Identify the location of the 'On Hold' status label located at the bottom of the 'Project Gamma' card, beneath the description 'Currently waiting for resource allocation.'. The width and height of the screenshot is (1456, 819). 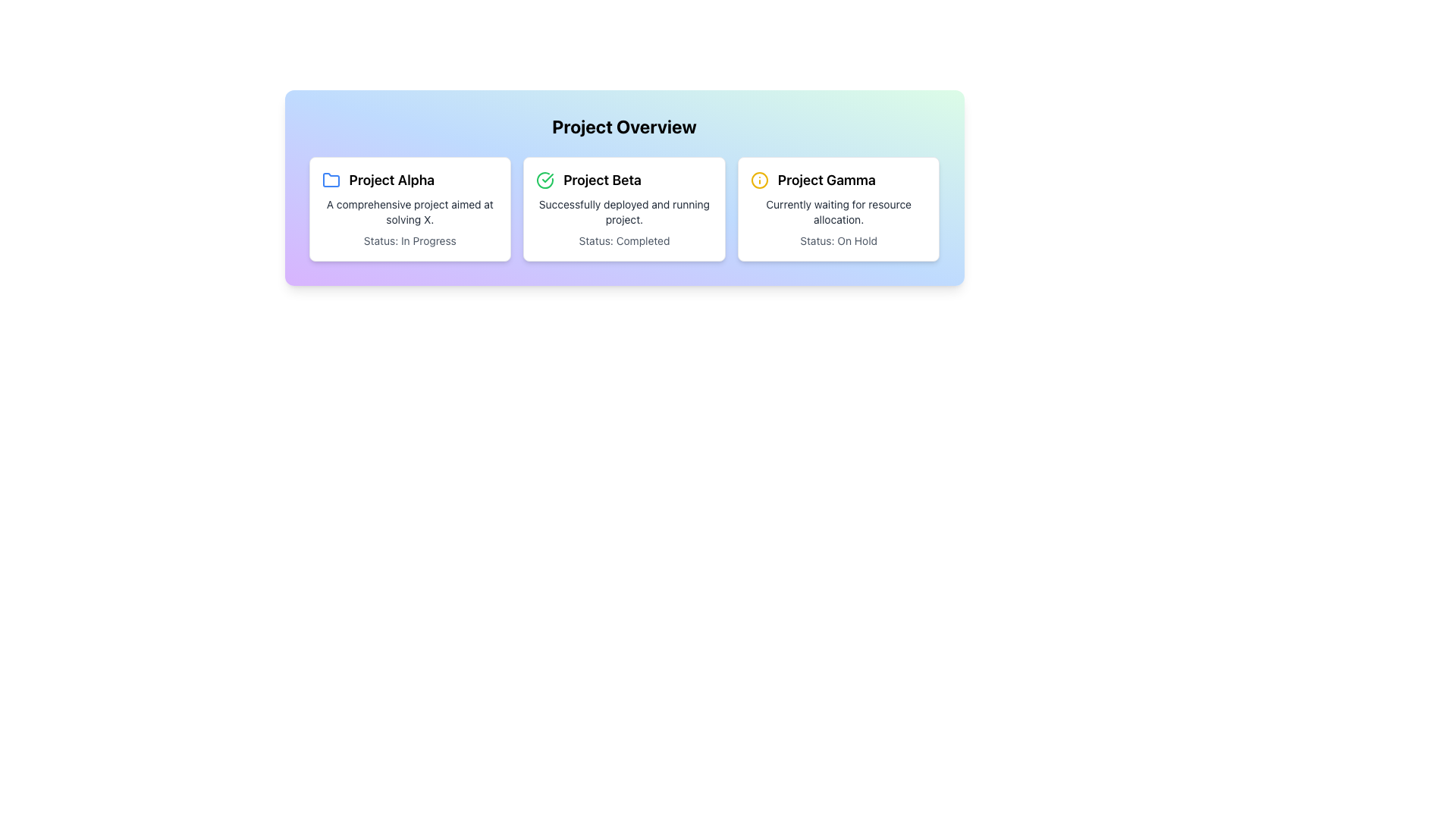
(838, 240).